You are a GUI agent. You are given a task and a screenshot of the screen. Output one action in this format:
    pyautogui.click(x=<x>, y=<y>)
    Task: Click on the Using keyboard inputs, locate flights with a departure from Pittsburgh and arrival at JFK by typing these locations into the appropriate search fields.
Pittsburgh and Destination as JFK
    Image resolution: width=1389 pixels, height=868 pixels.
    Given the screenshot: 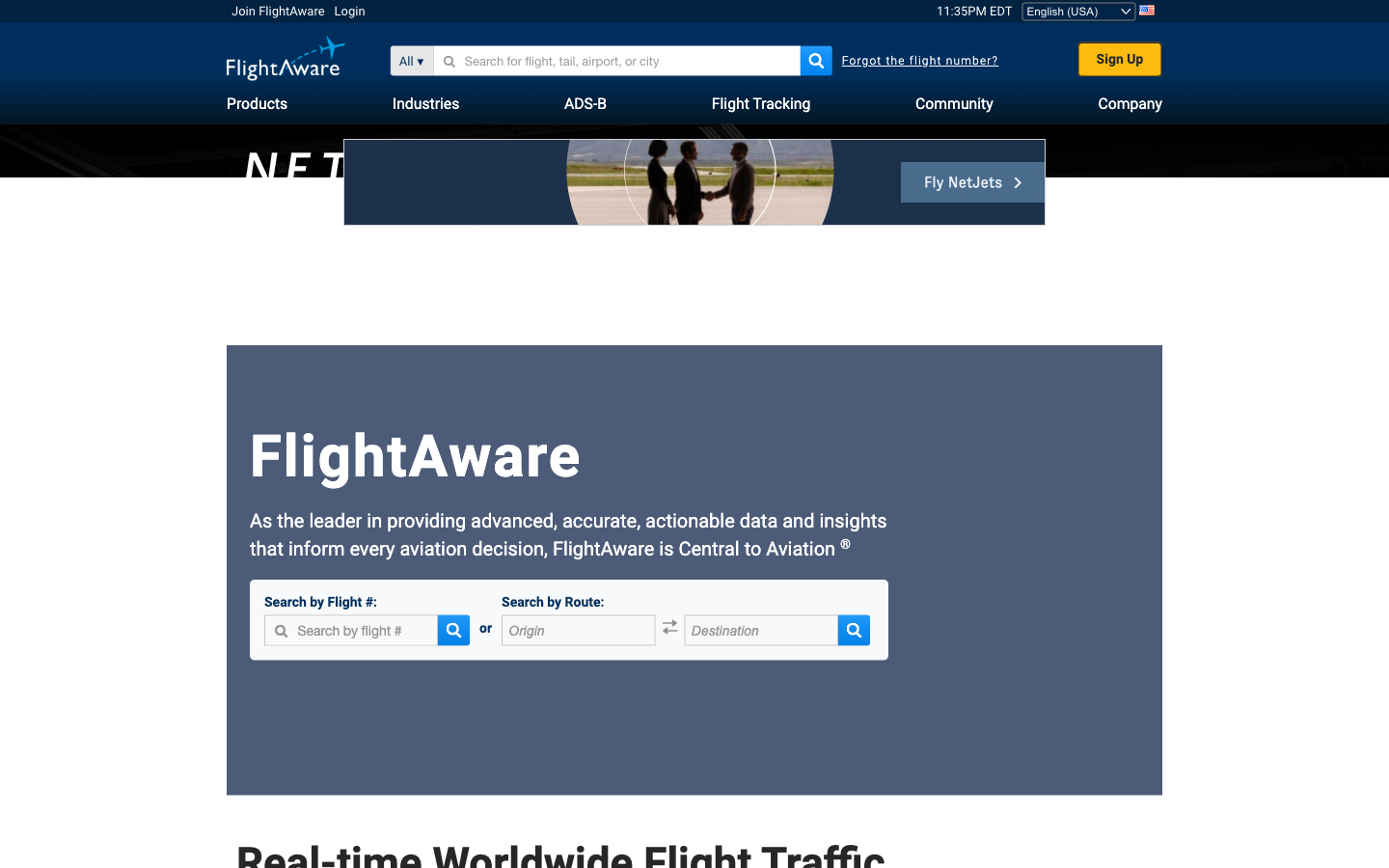 What is the action you would take?
    pyautogui.click(x=579, y=632)
    